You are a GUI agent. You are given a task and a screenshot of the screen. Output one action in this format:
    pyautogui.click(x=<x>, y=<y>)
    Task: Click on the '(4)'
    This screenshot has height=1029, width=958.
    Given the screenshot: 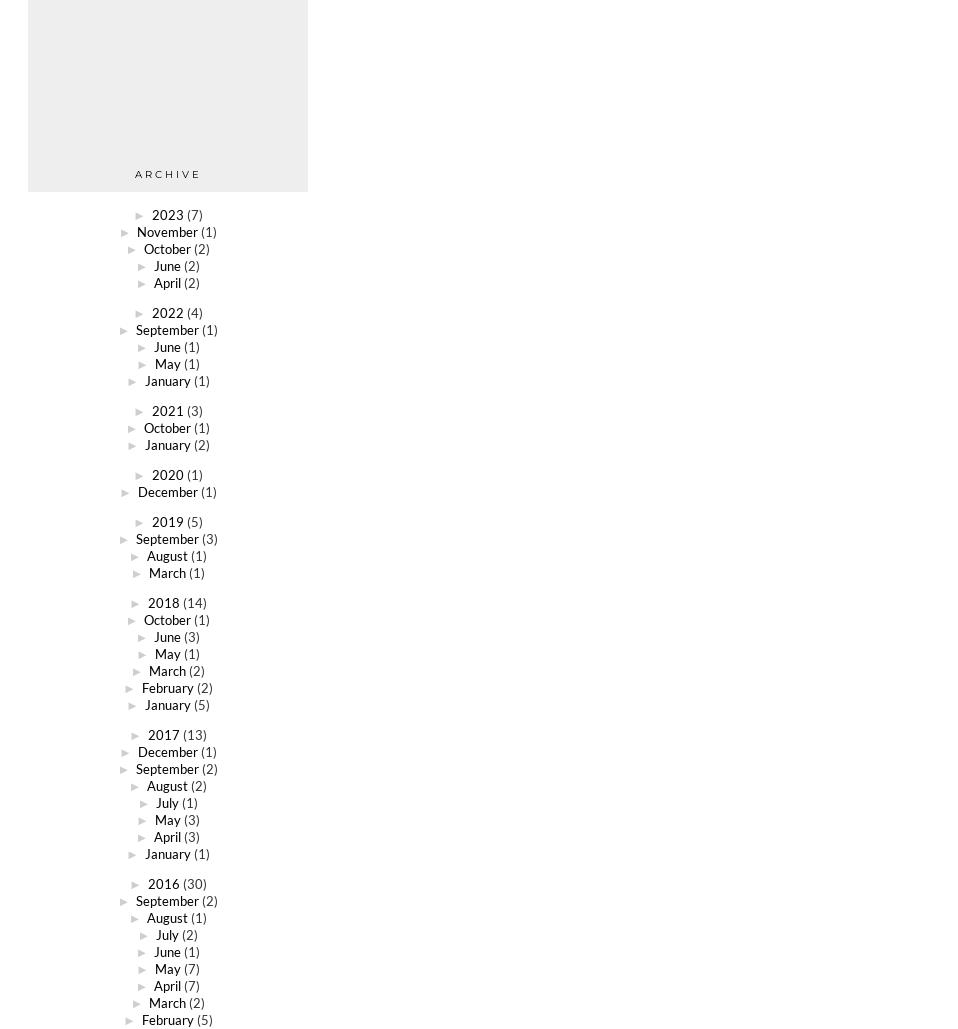 What is the action you would take?
    pyautogui.click(x=192, y=313)
    